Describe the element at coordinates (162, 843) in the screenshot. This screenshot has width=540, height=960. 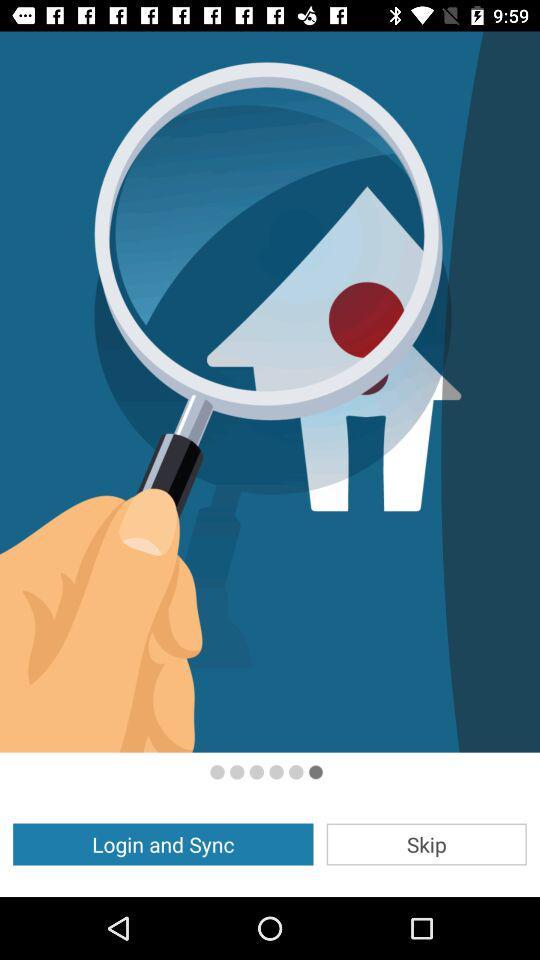
I see `the login and sync icon` at that location.